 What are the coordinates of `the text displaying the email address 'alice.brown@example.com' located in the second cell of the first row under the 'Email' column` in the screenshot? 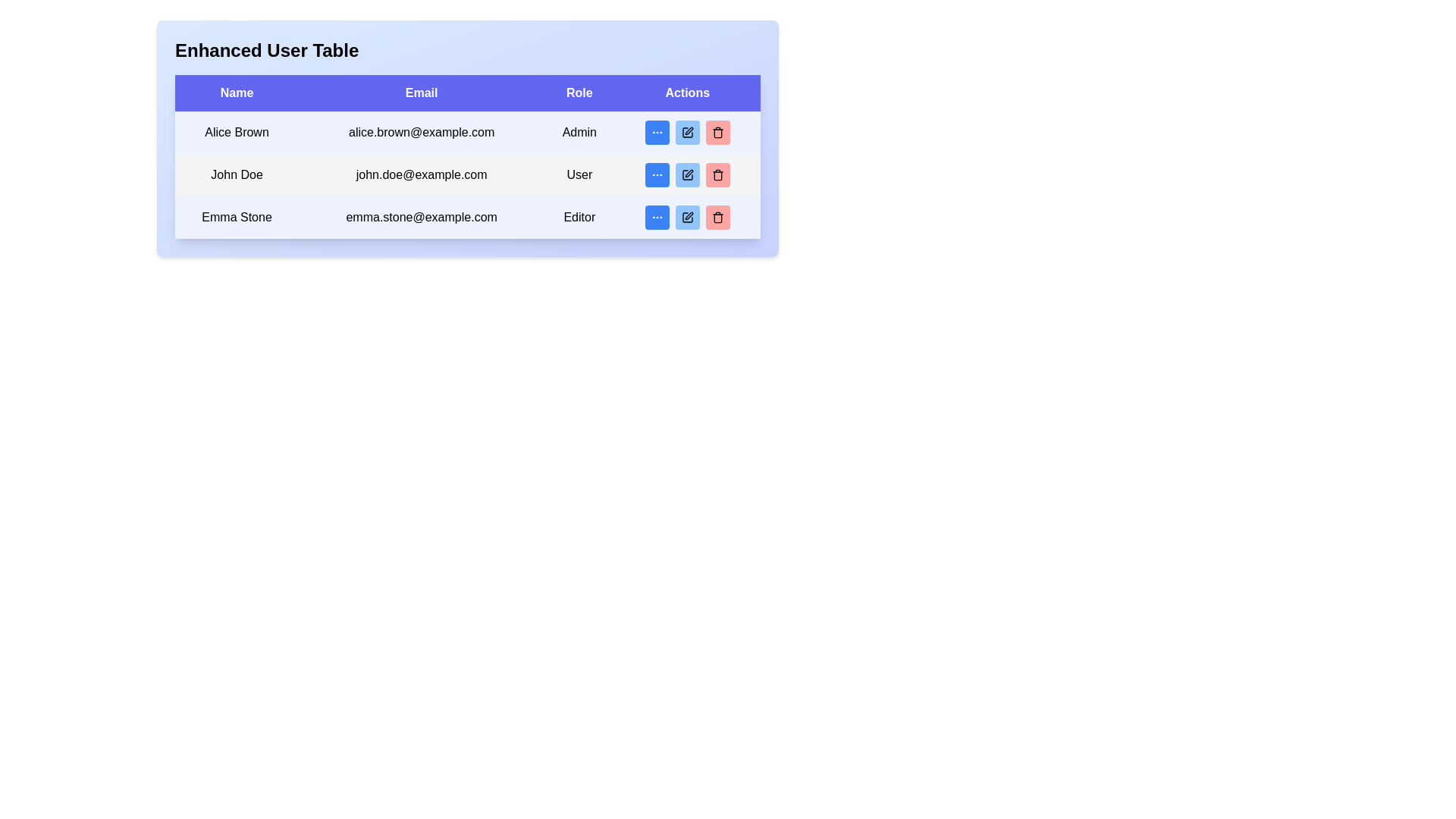 It's located at (422, 131).